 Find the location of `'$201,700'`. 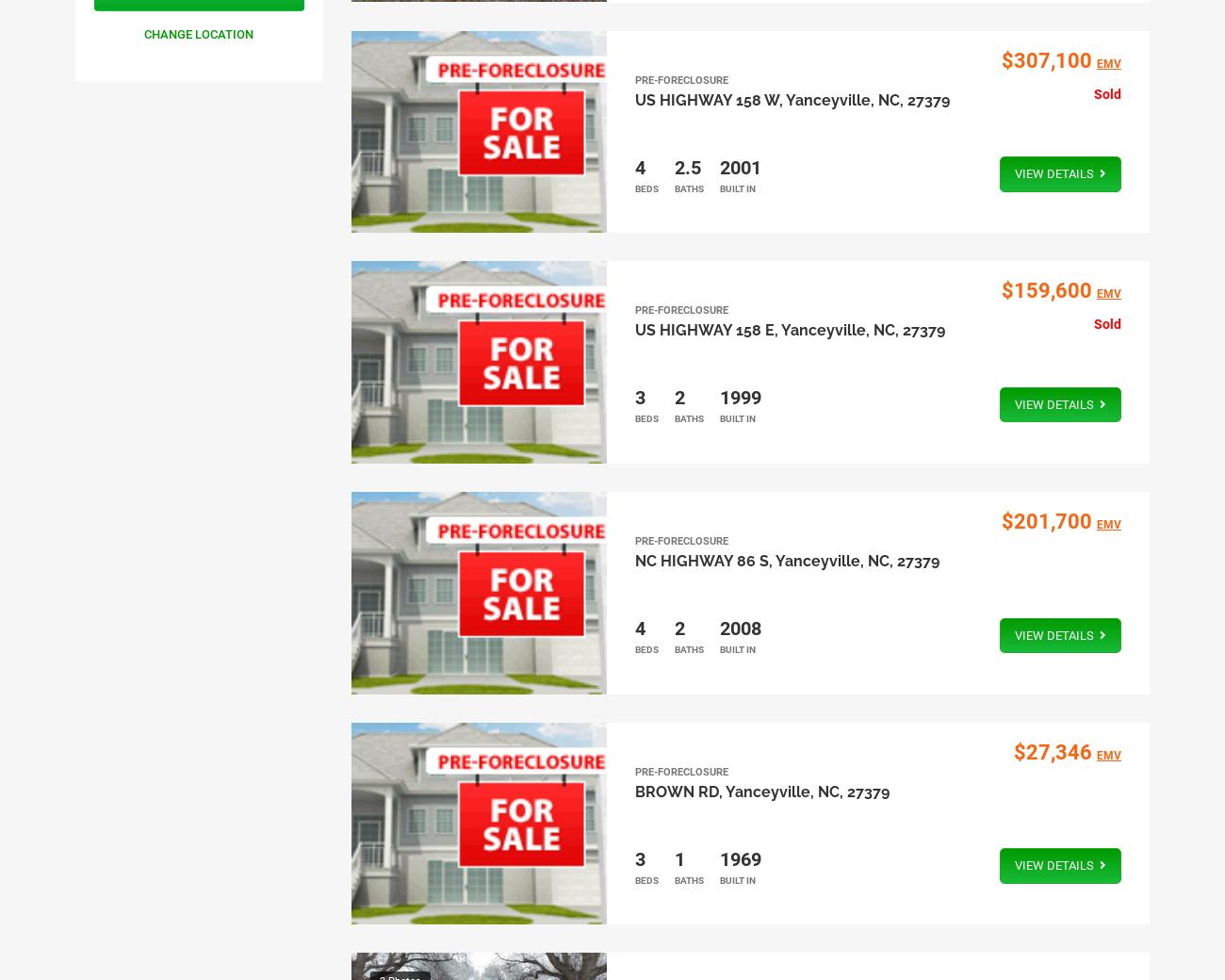

'$201,700' is located at coordinates (1044, 519).